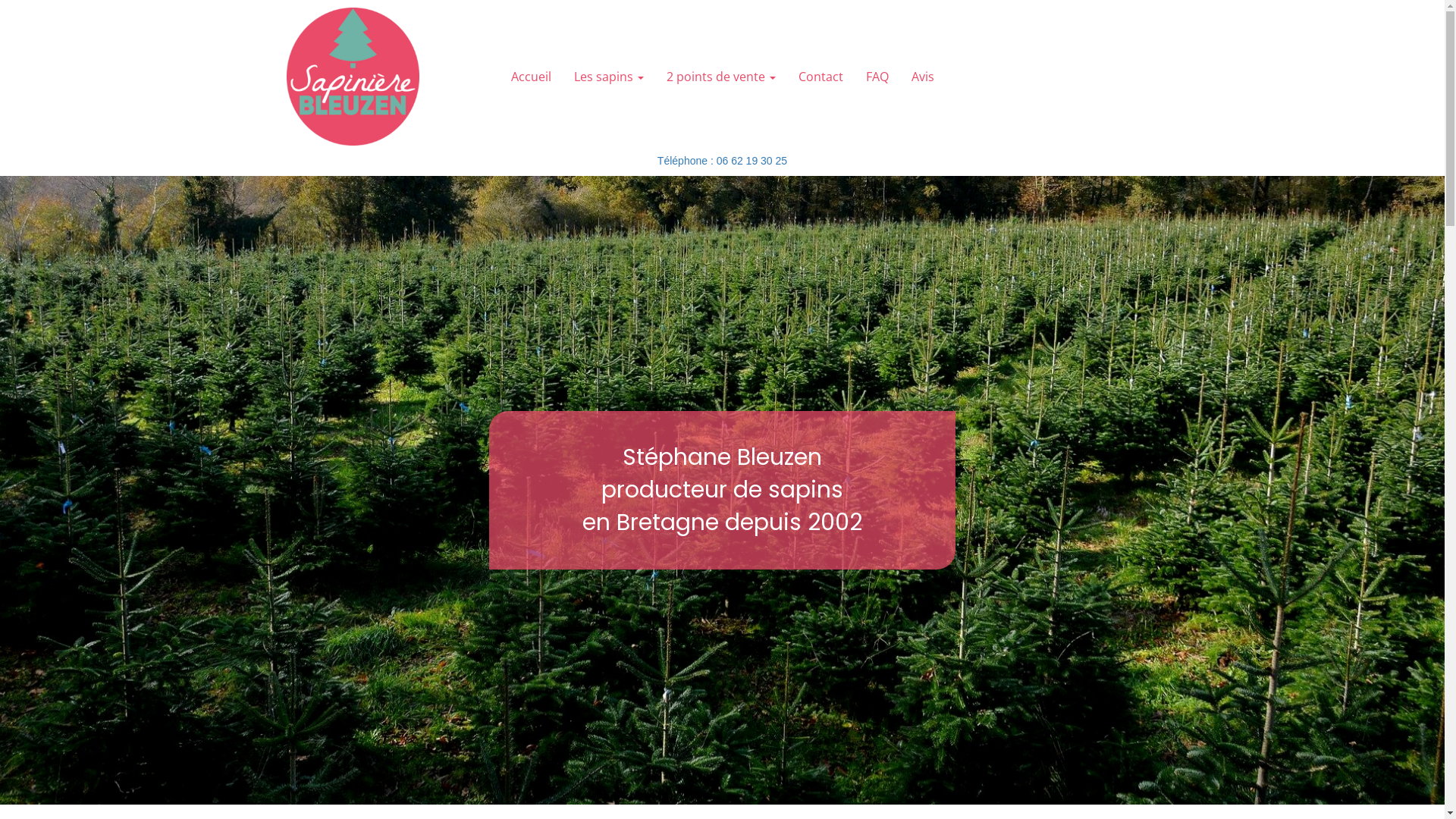 This screenshot has height=819, width=1456. Describe the element at coordinates (608, 77) in the screenshot. I see `'Les sapins'` at that location.